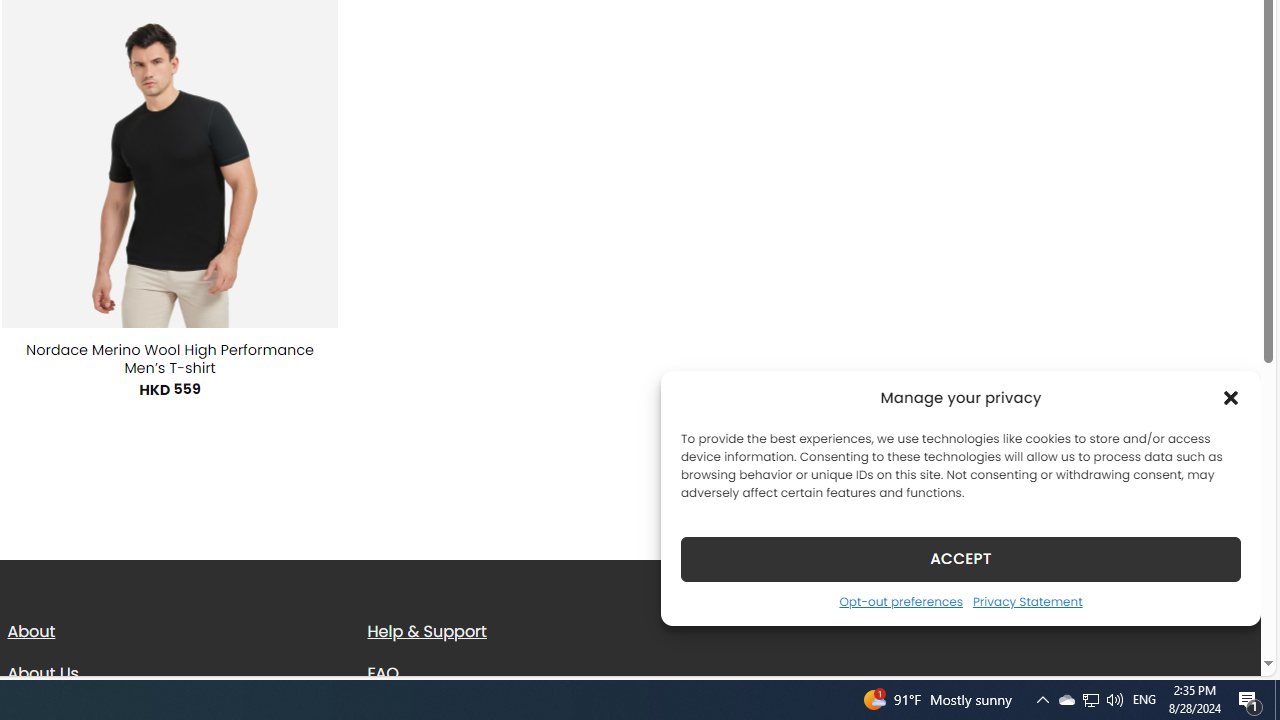  I want to click on 'Privacy Statement', so click(1027, 600).